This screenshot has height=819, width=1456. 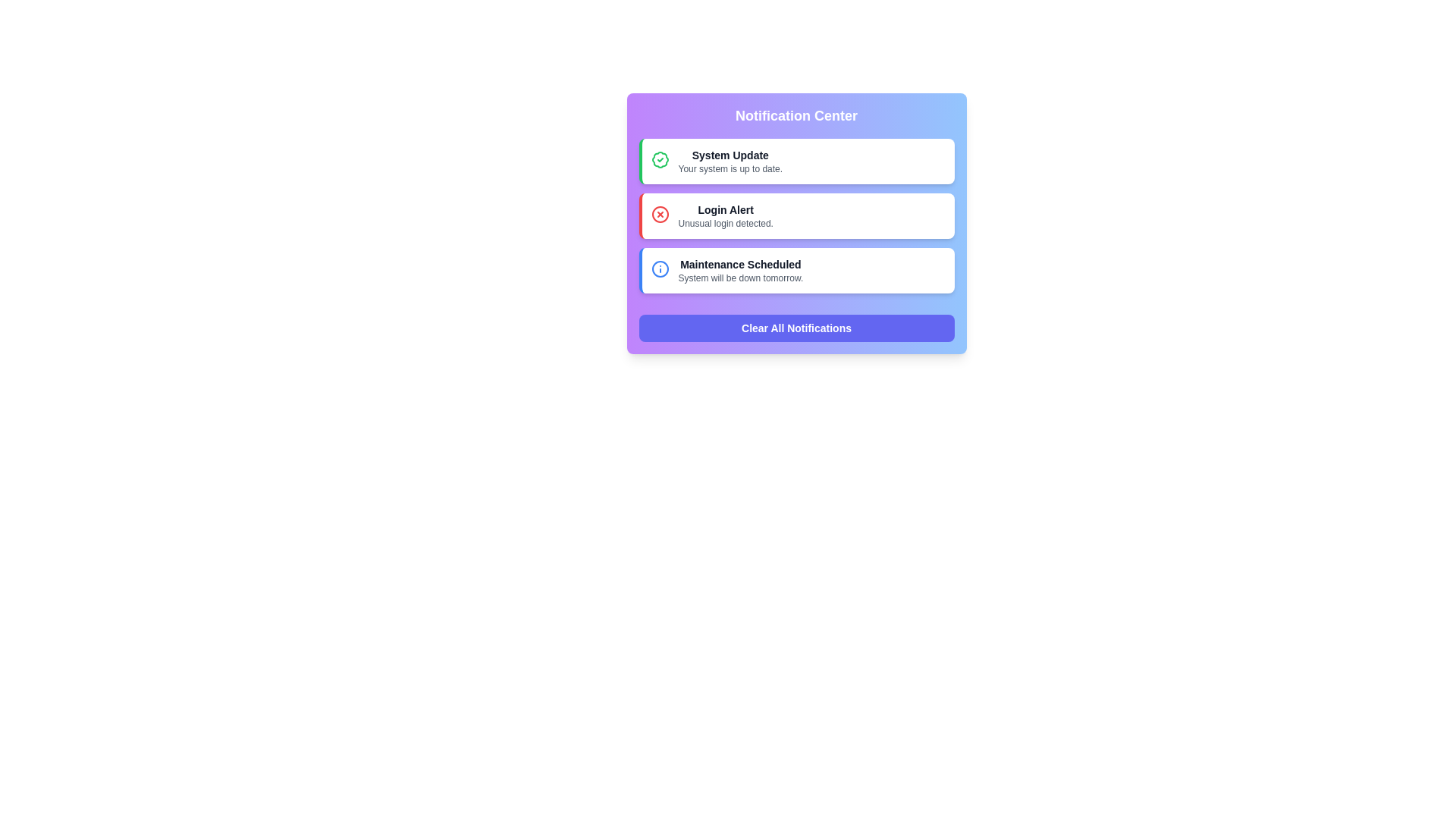 I want to click on the information presented in the third notification card of the 'Notification Center', which contains details about a scheduled maintenance event, so click(x=740, y=270).